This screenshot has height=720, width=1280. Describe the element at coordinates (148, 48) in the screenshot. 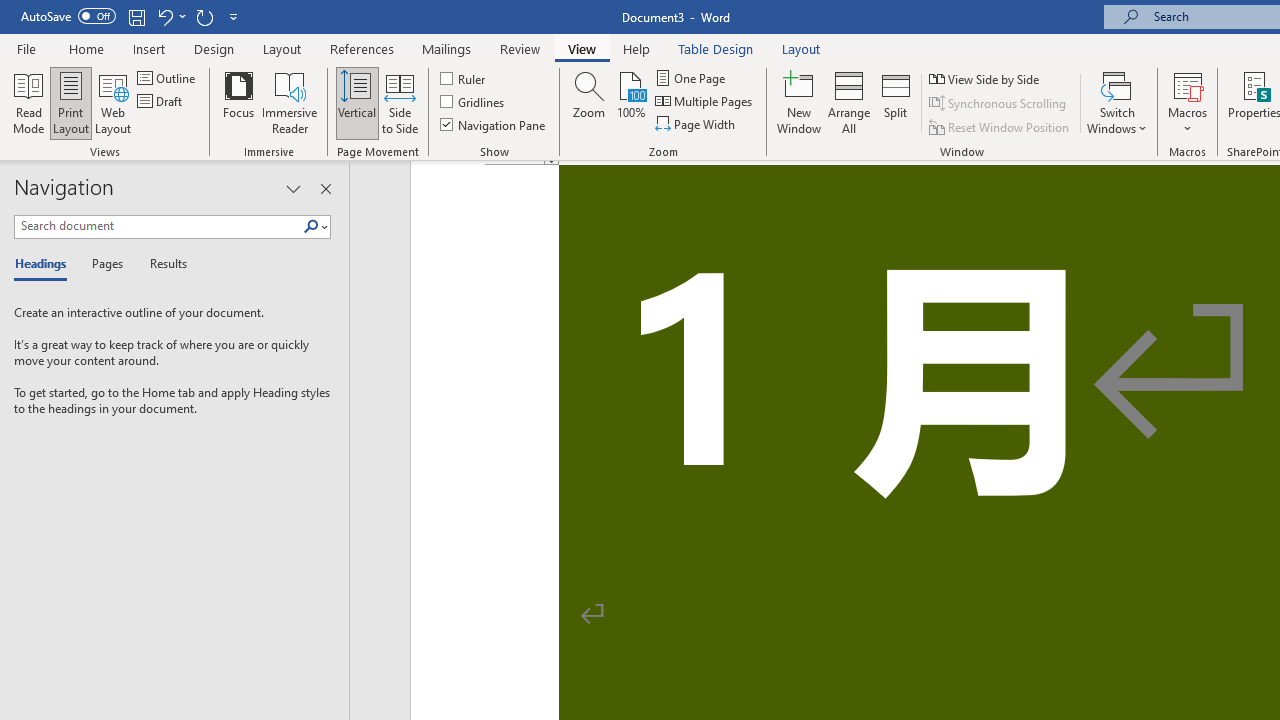

I see `'Insert'` at that location.